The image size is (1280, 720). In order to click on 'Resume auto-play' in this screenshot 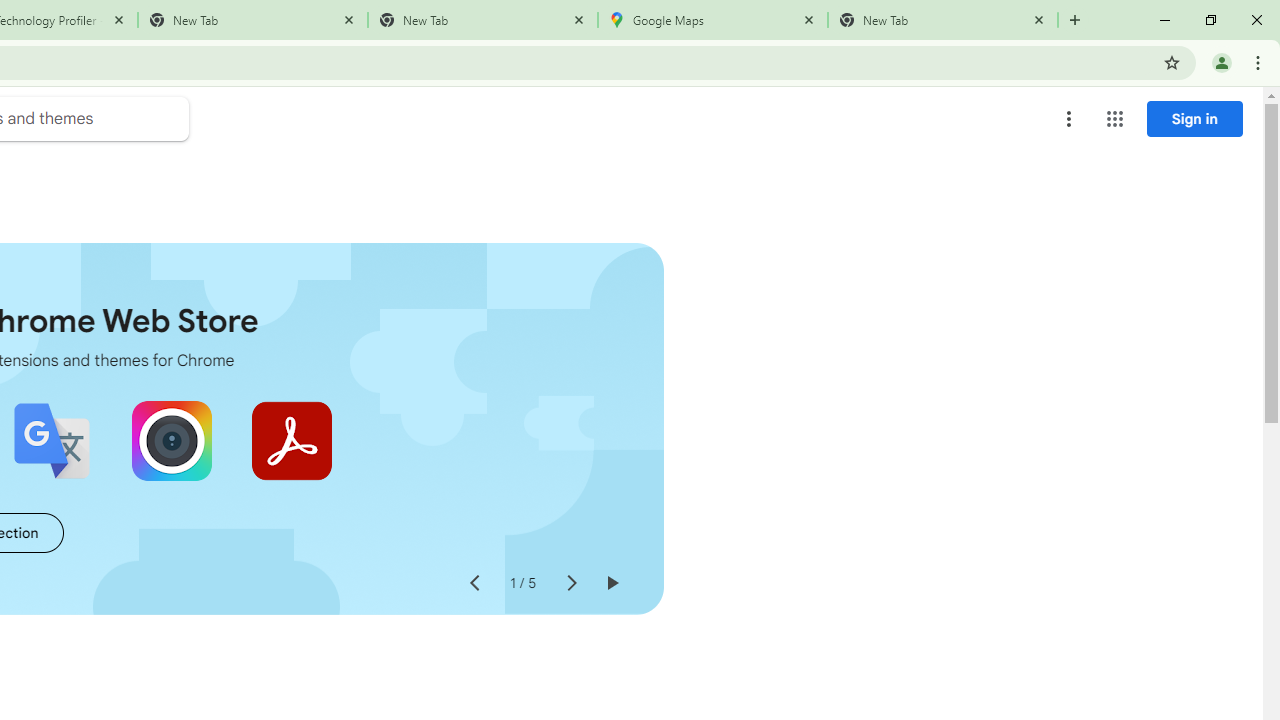, I will do `click(610, 583)`.